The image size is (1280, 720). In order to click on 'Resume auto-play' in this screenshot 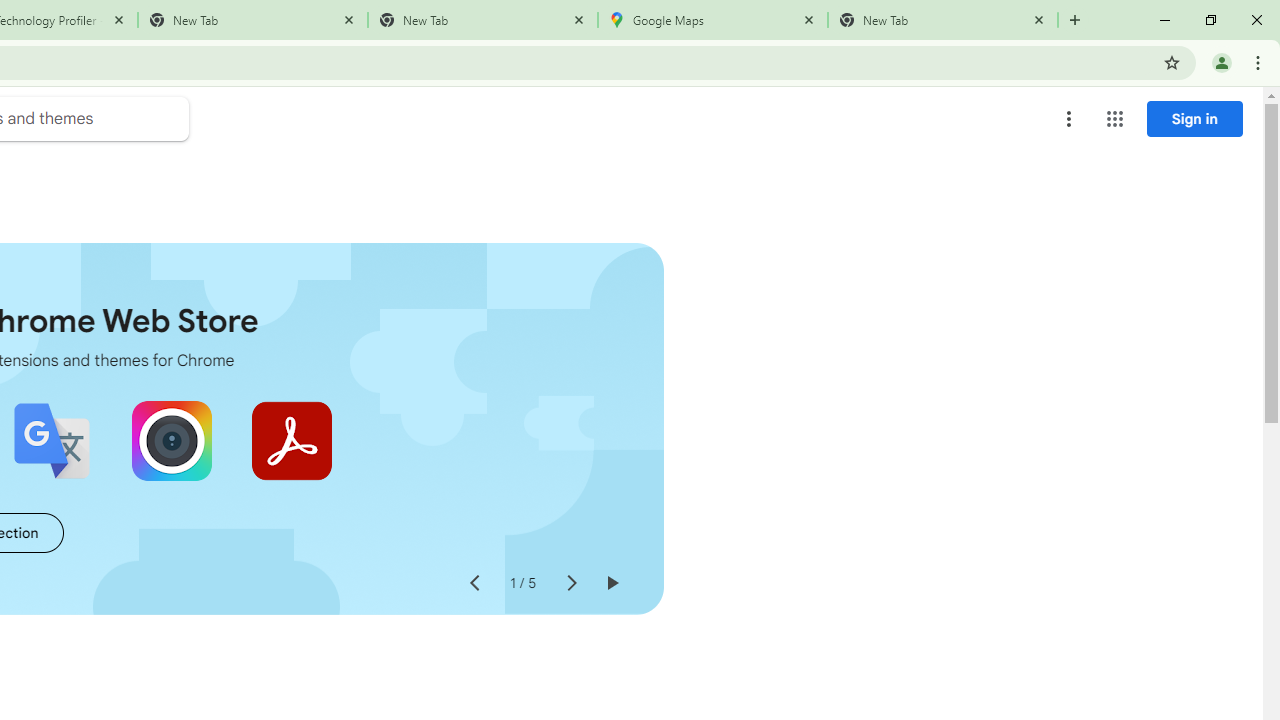, I will do `click(610, 583)`.